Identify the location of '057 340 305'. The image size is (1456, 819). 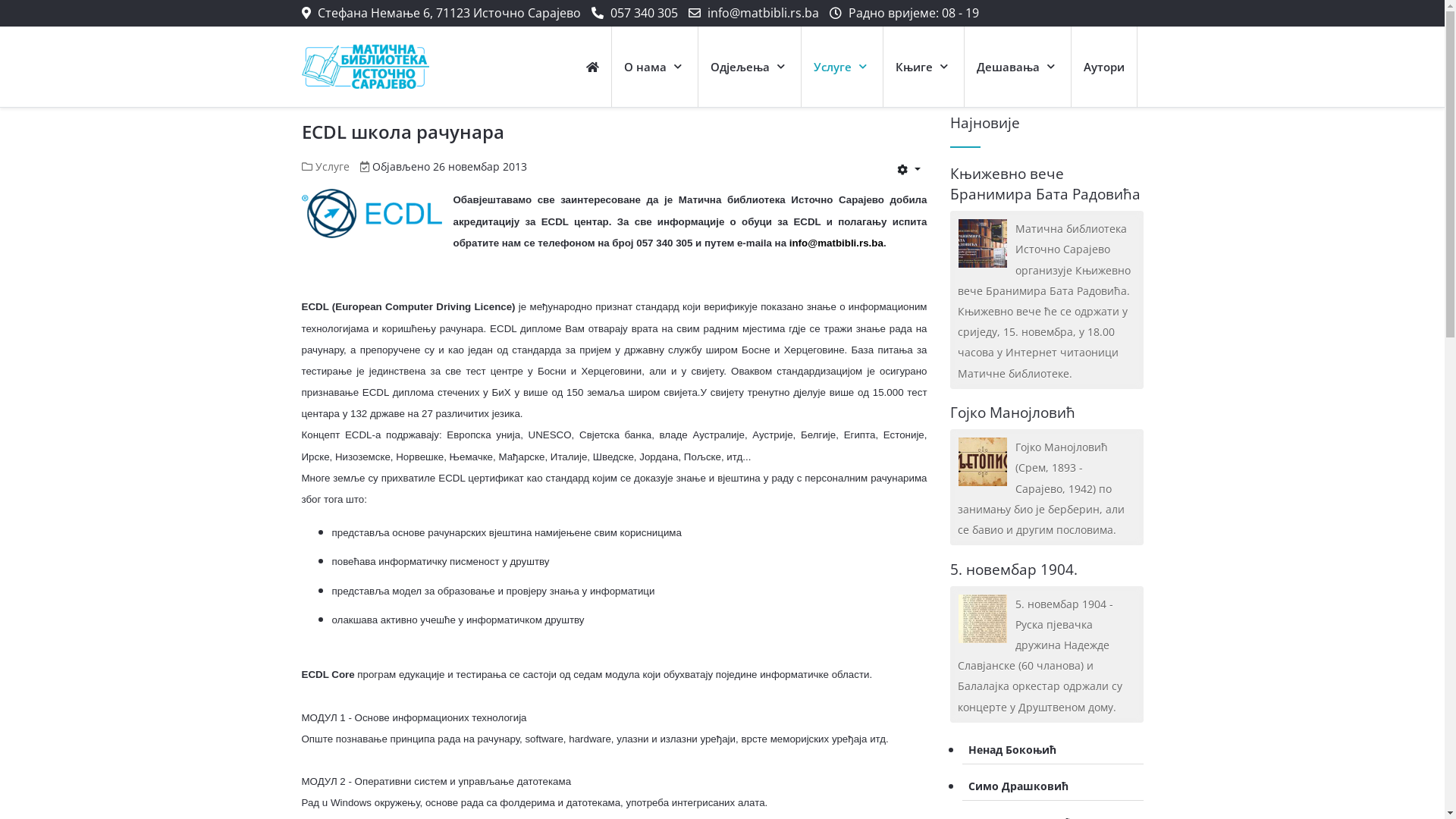
(643, 12).